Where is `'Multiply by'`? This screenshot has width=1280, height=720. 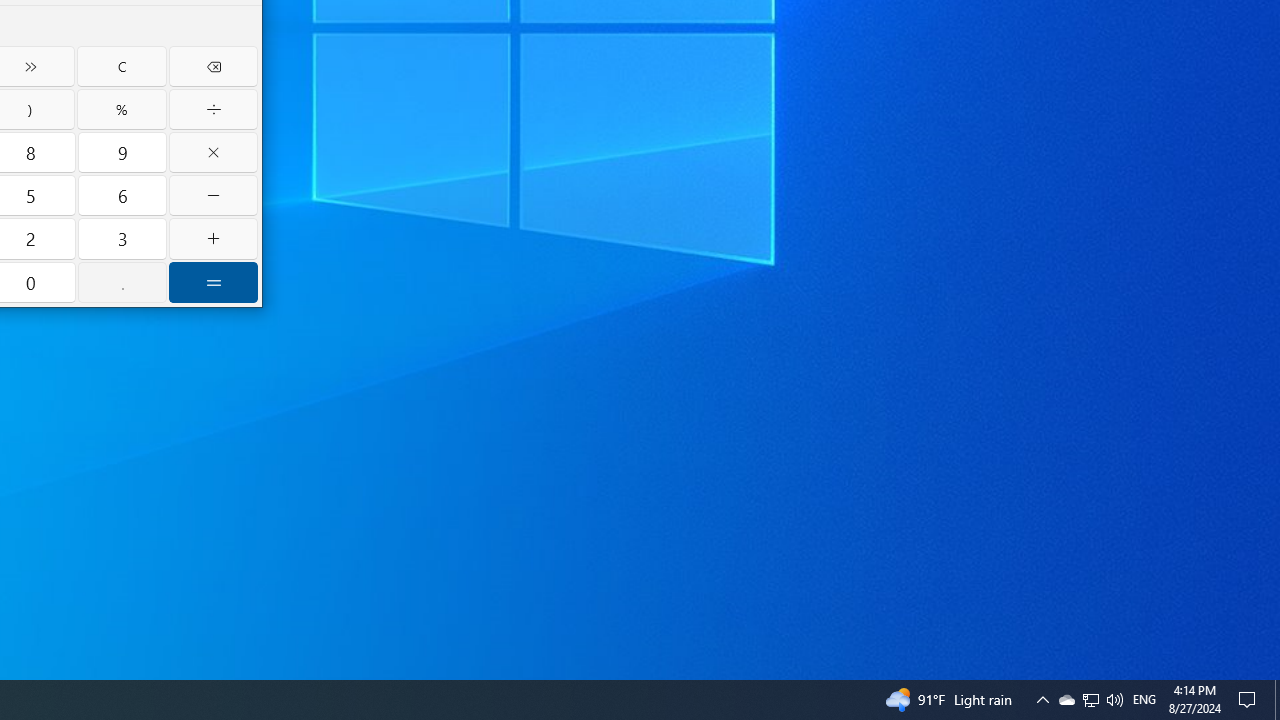
'Multiply by' is located at coordinates (213, 151).